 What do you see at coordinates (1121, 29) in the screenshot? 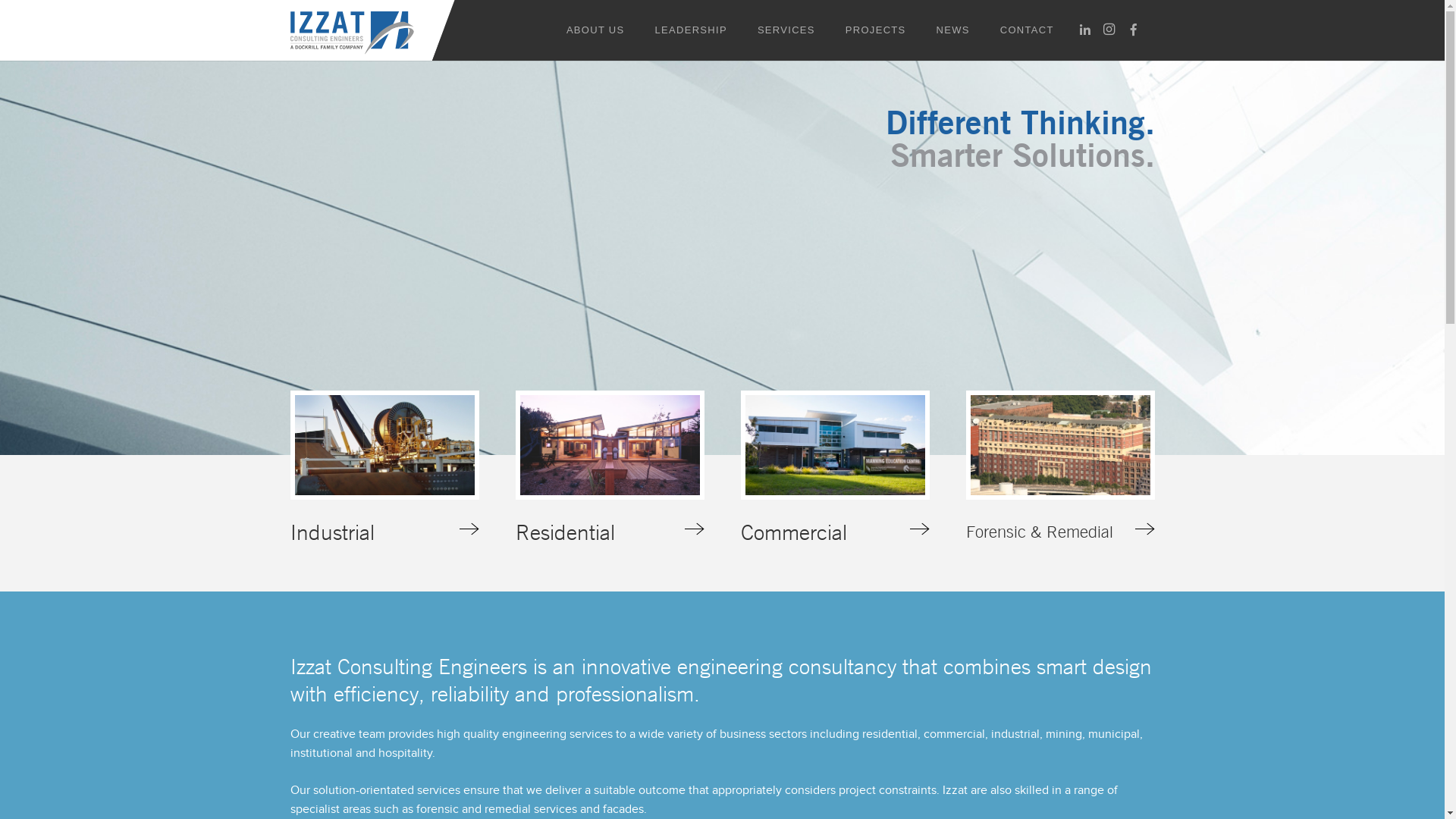
I see `'Facebook'` at bounding box center [1121, 29].